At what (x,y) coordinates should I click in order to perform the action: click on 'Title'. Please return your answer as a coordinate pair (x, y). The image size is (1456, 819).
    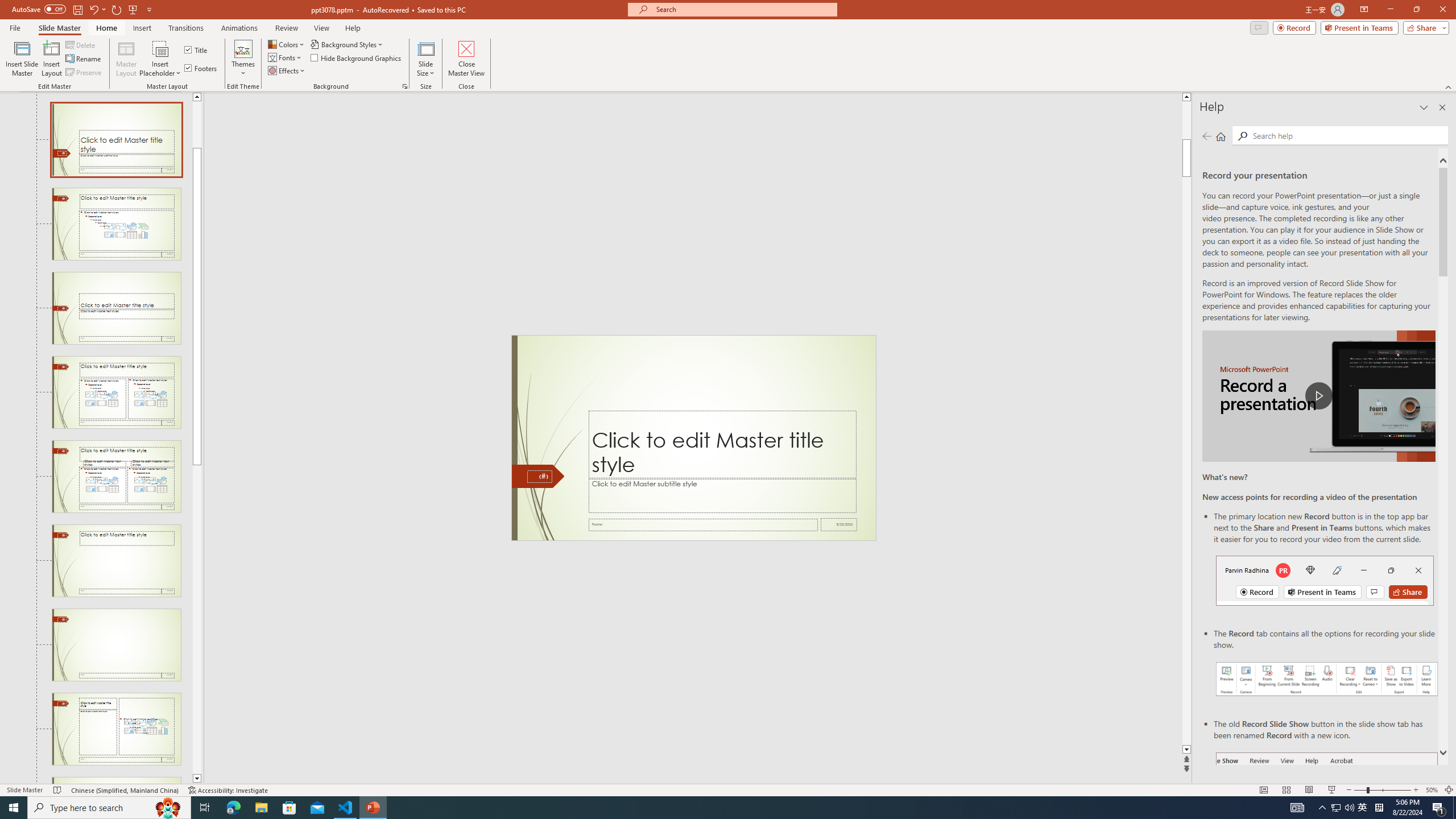
    Looking at the image, I should click on (196, 49).